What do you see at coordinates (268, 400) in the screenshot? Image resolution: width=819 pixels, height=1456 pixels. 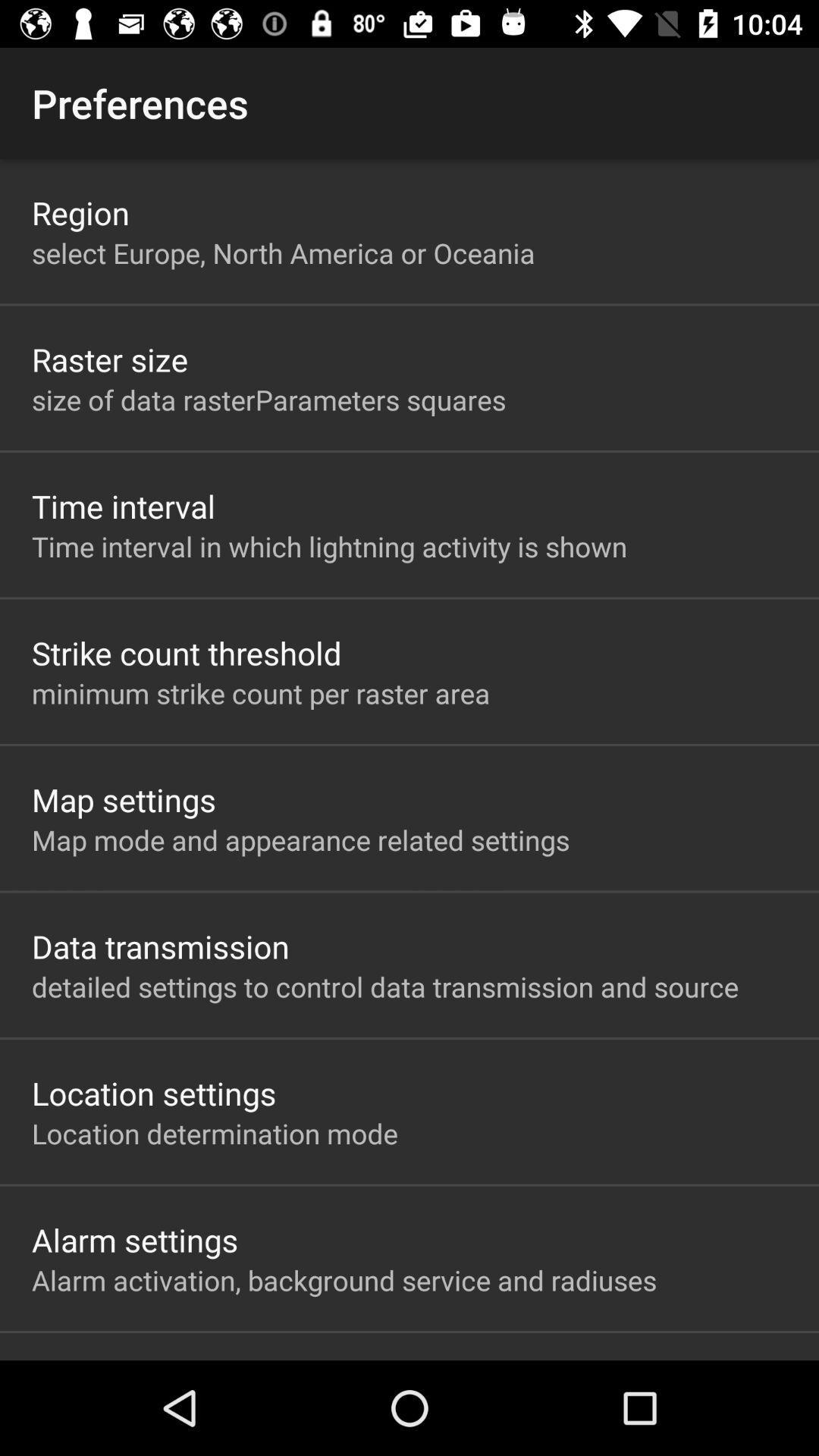 I see `size of data app` at bounding box center [268, 400].